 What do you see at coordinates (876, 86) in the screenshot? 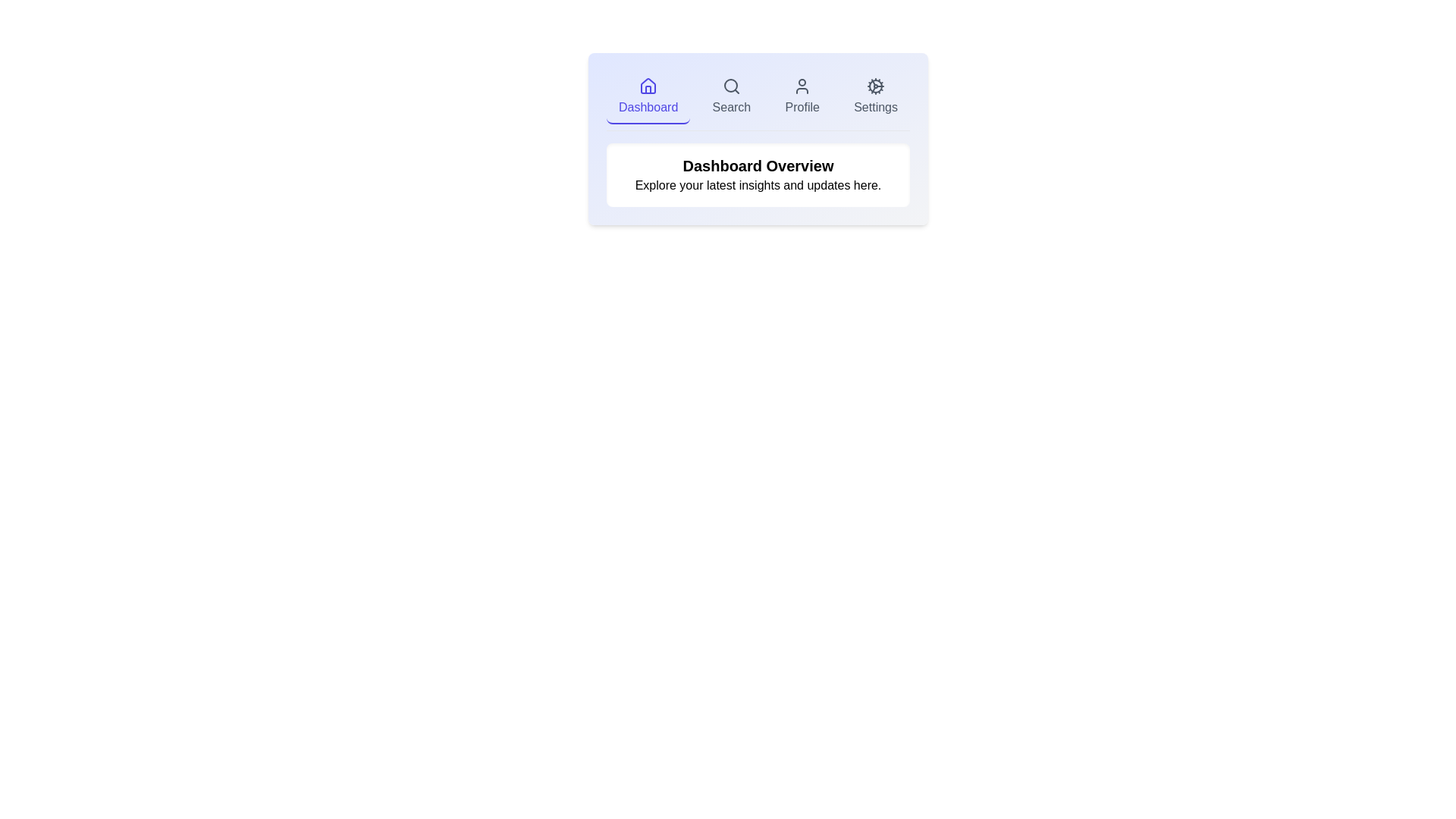
I see `the settings icon, which is a minimalistic grey cogwheel located as the fourth item in the navigation row` at bounding box center [876, 86].